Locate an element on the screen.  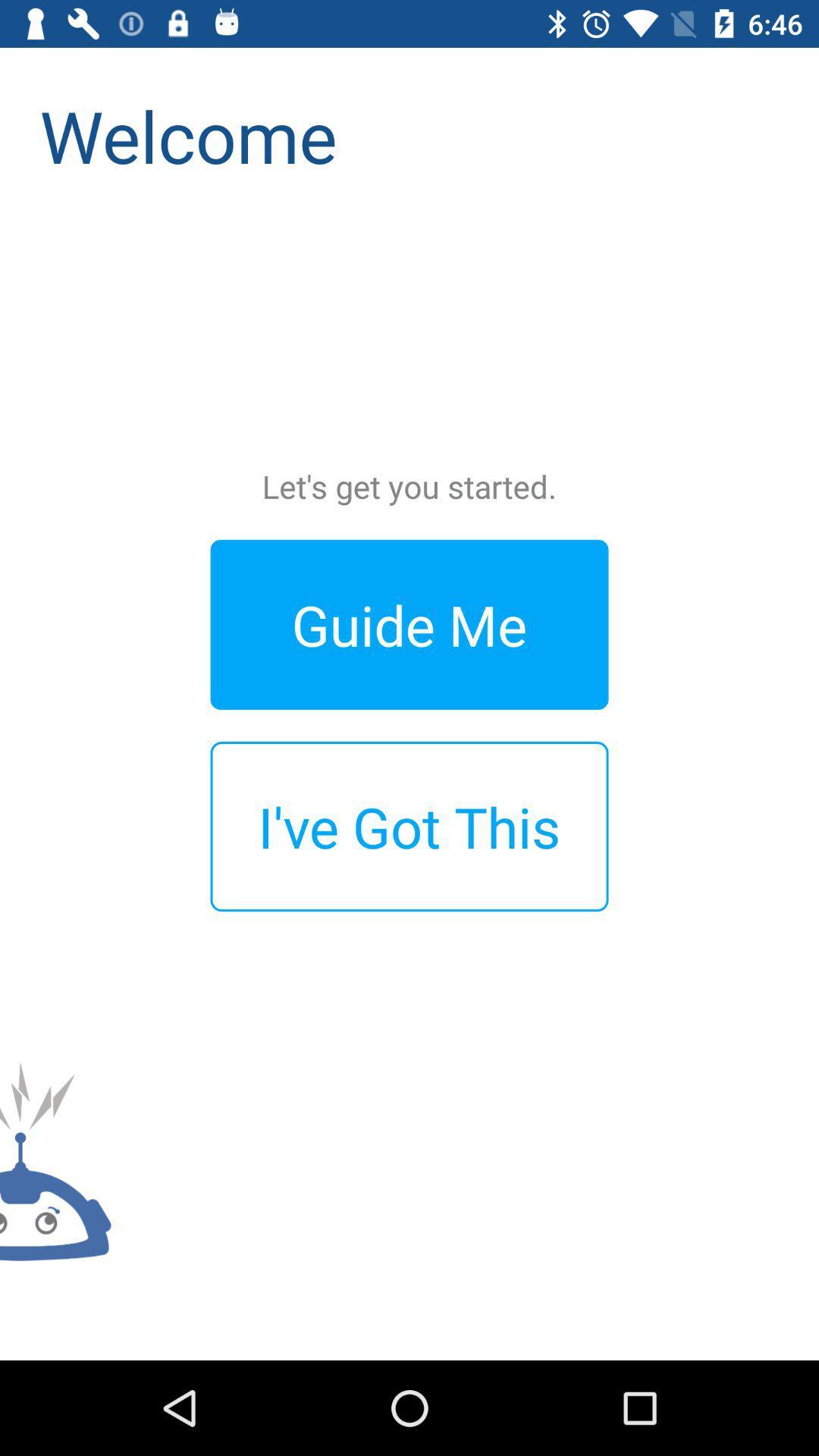
the guide me icon is located at coordinates (409, 624).